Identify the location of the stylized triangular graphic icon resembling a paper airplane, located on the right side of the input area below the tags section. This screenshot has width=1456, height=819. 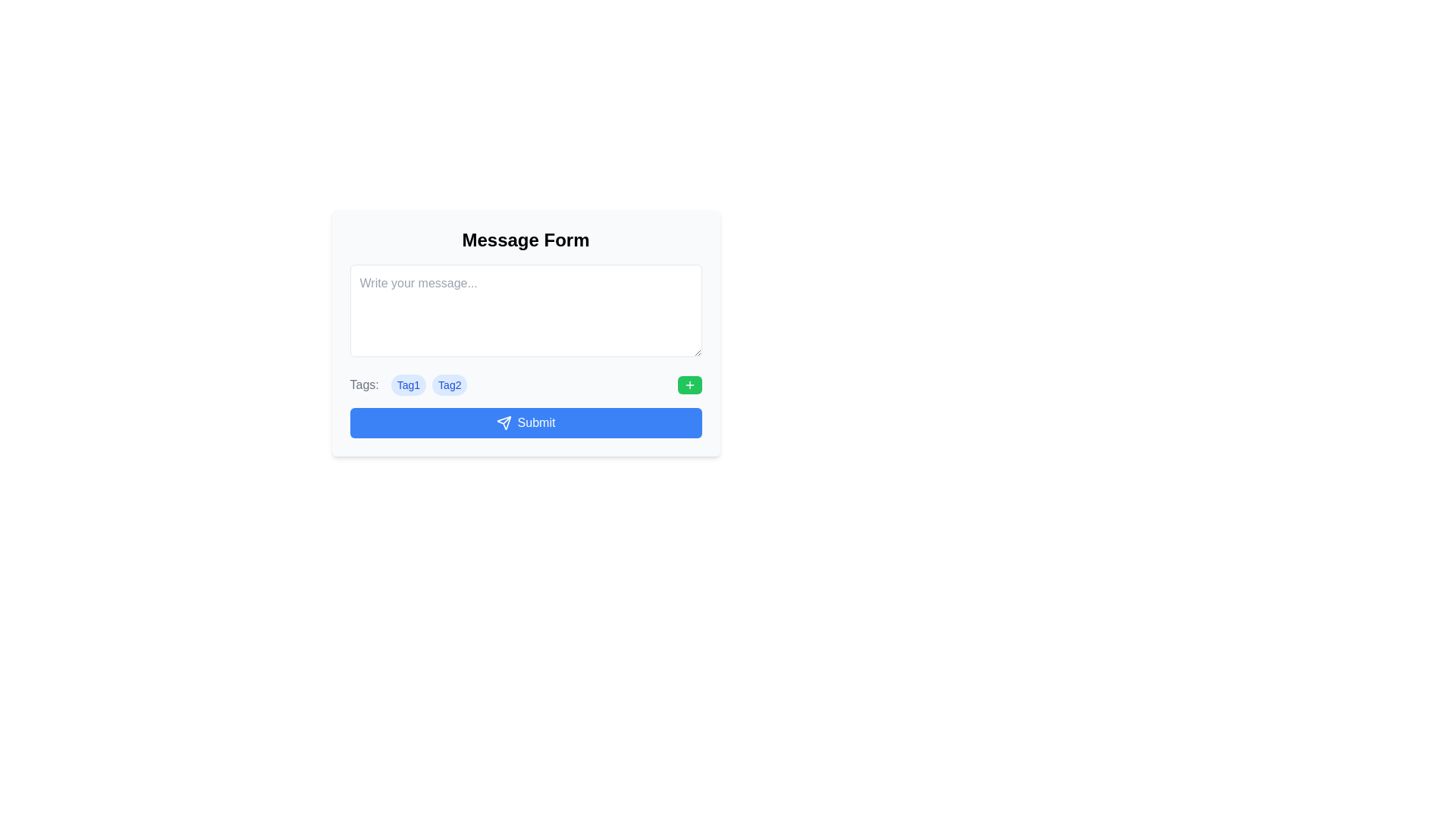
(504, 423).